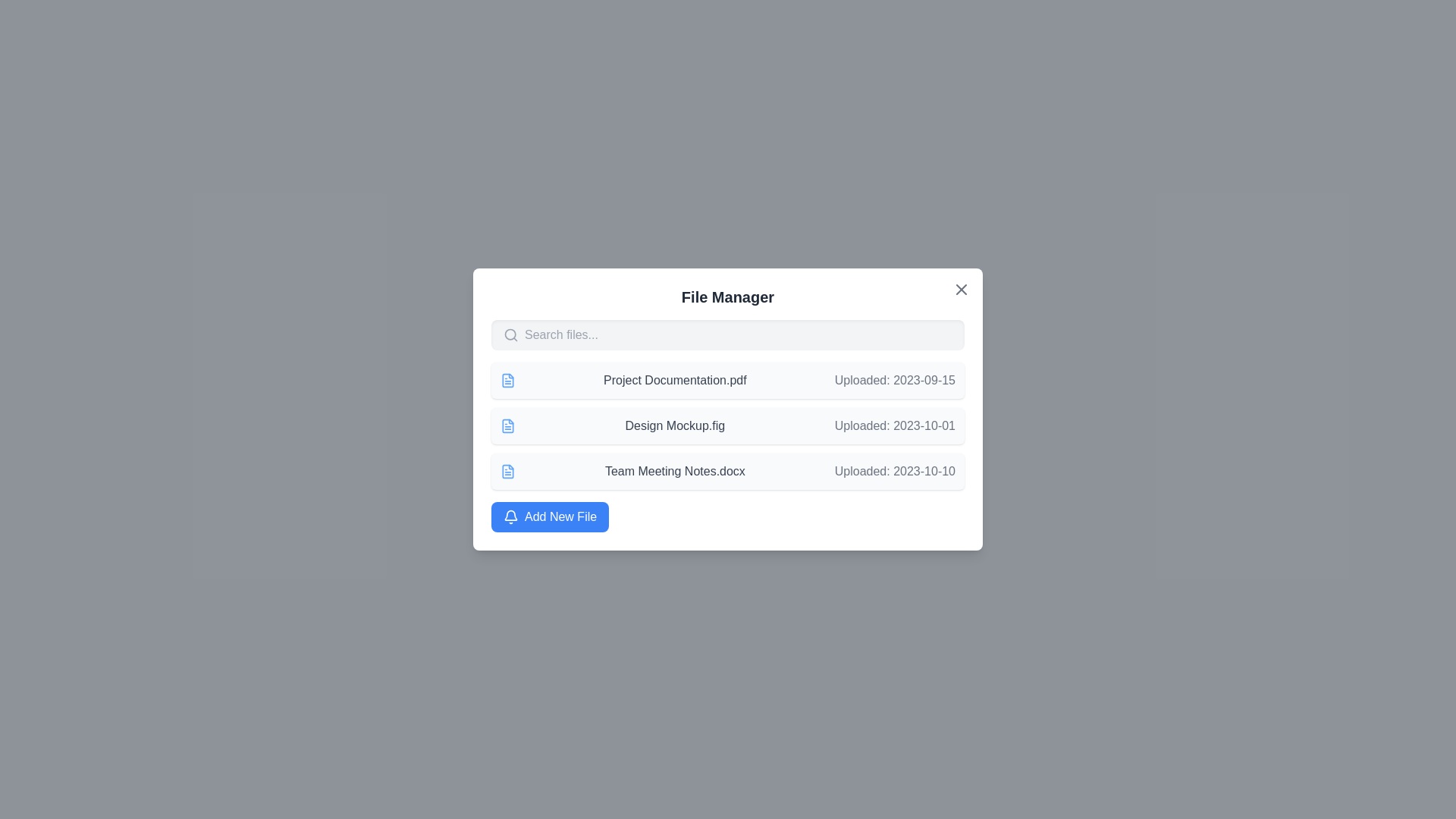 Image resolution: width=1456 pixels, height=819 pixels. What do you see at coordinates (895, 379) in the screenshot?
I see `the informational label displaying the text 'Uploaded: 2023-09-15', which is styled in light gray and located to the right of 'Project Documentation.pdf' in the file manager interface` at bounding box center [895, 379].